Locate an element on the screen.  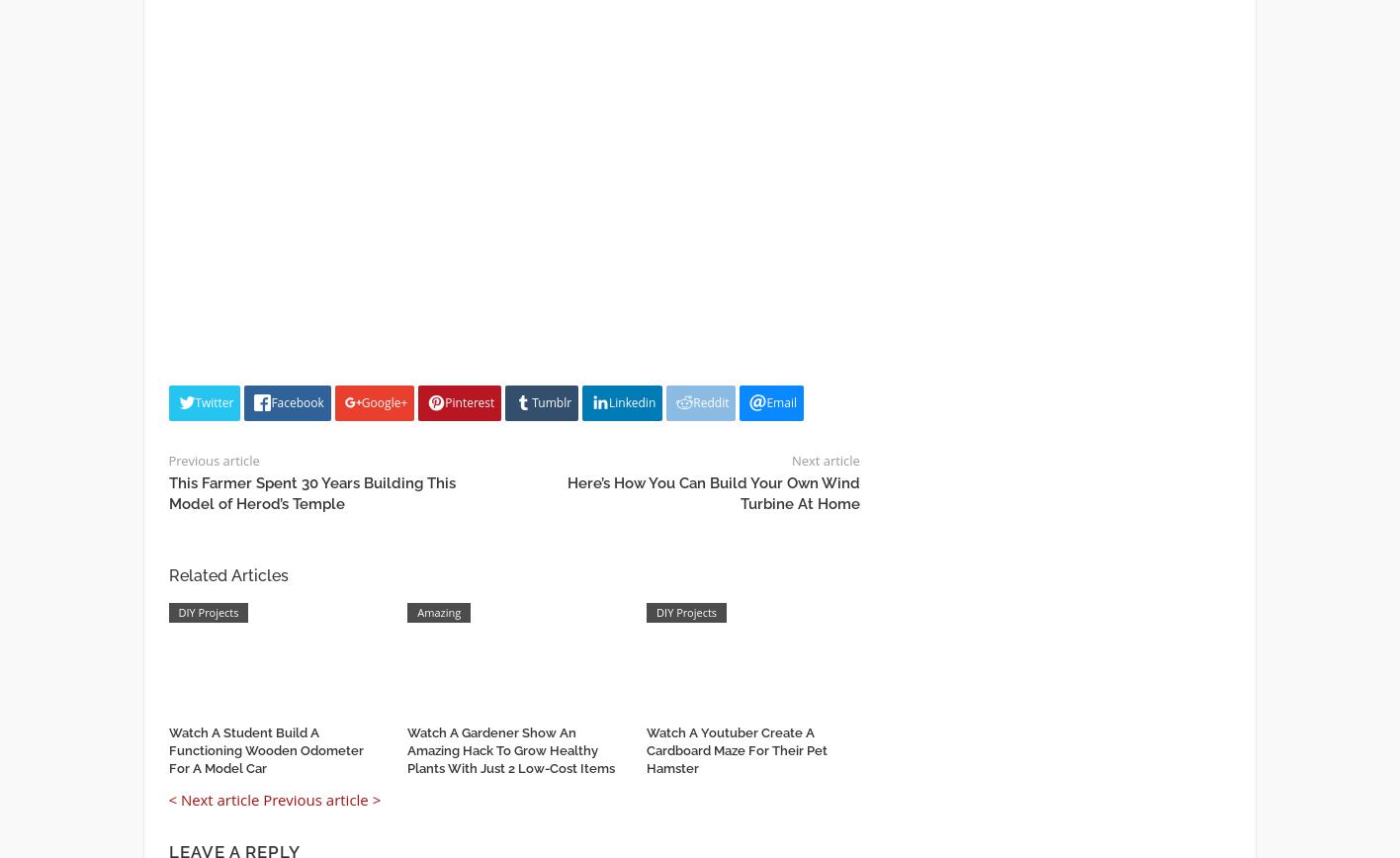
'Watch A Gardener Show An Amazing Hack To Grow Healthy Plants With Just 2 Low-Cost Items' is located at coordinates (510, 749).